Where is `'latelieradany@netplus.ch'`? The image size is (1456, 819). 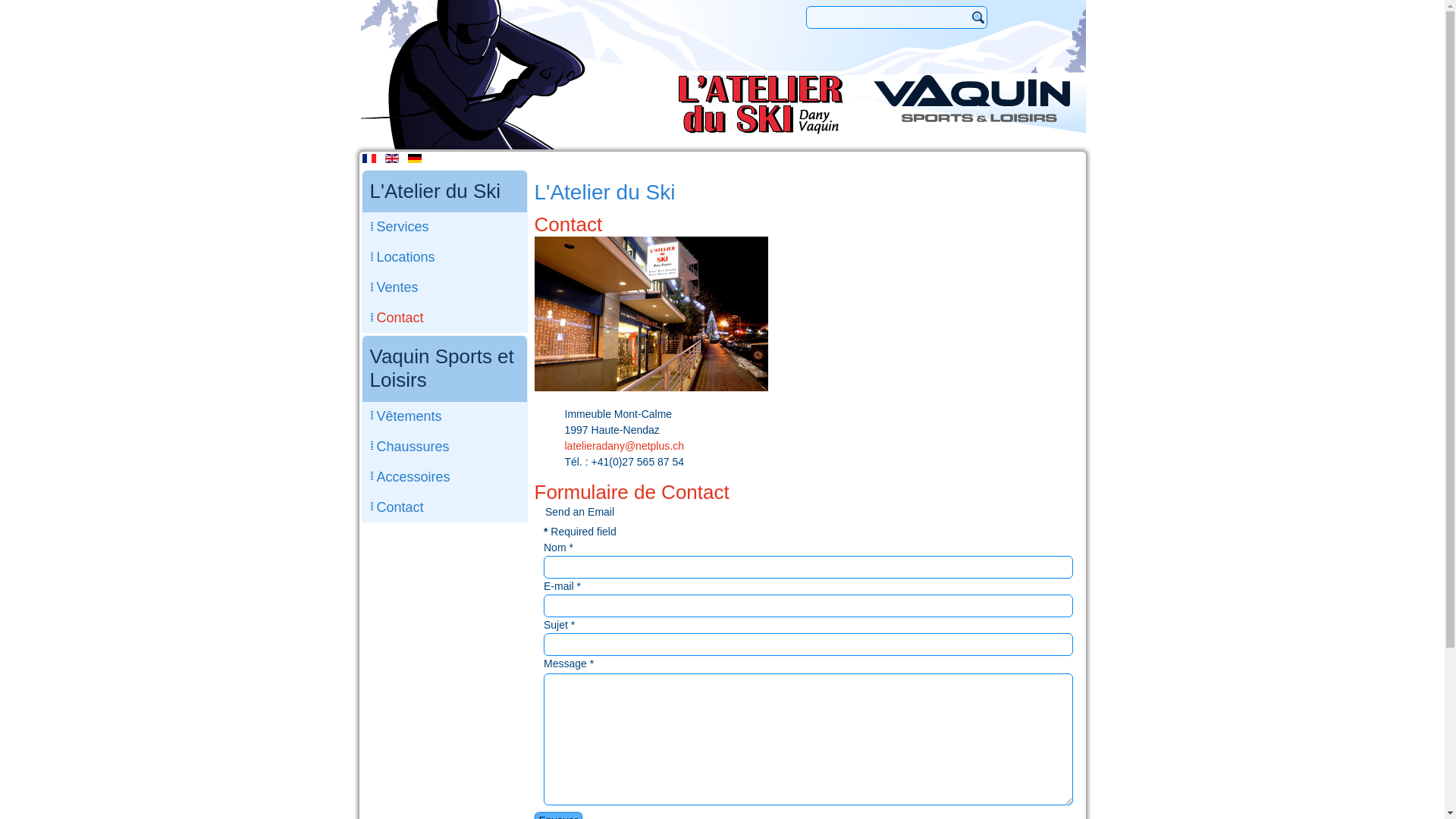 'latelieradany@netplus.ch' is located at coordinates (623, 444).